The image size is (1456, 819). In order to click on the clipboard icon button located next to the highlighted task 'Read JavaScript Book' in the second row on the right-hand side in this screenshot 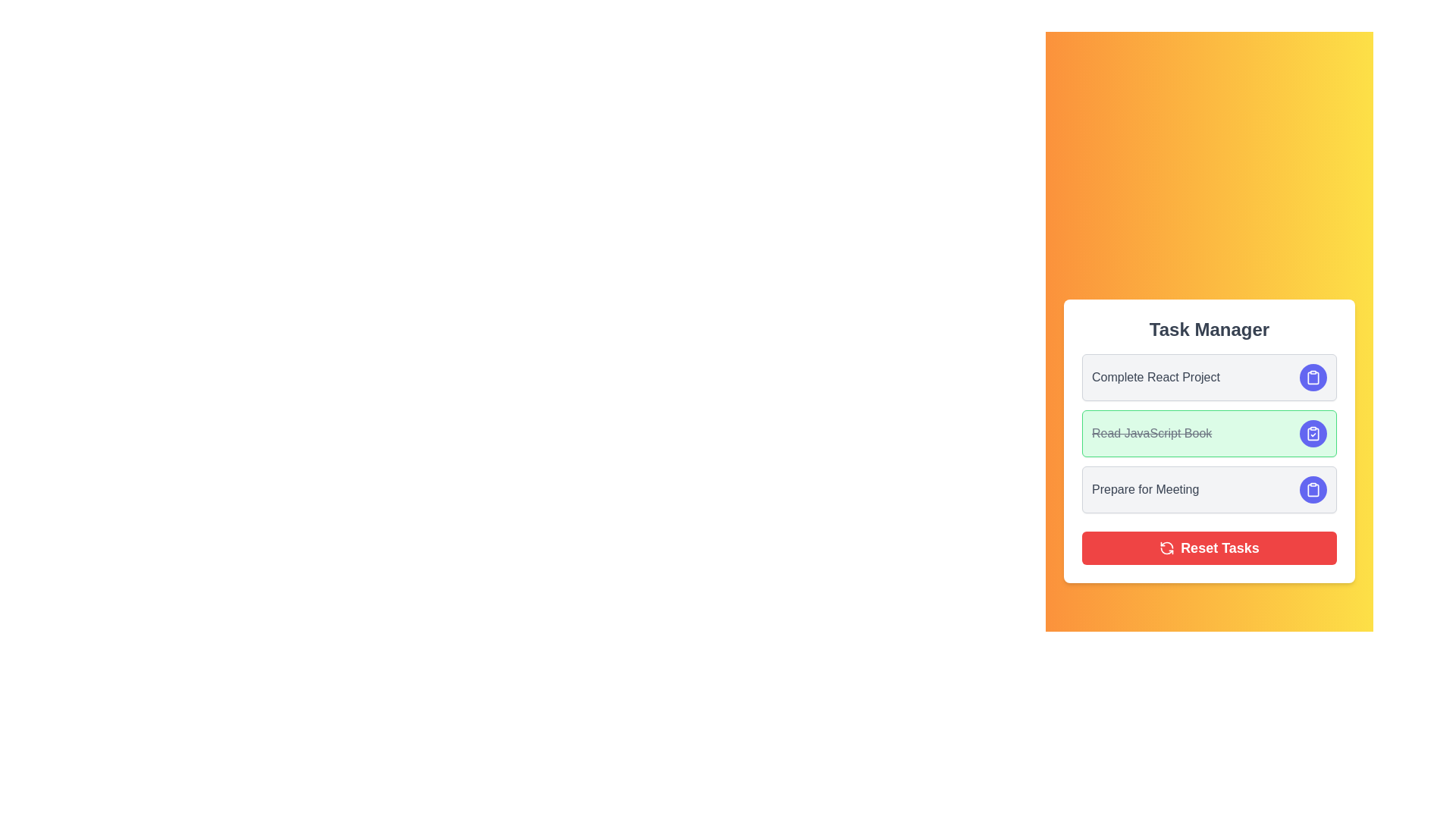, I will do `click(1313, 489)`.